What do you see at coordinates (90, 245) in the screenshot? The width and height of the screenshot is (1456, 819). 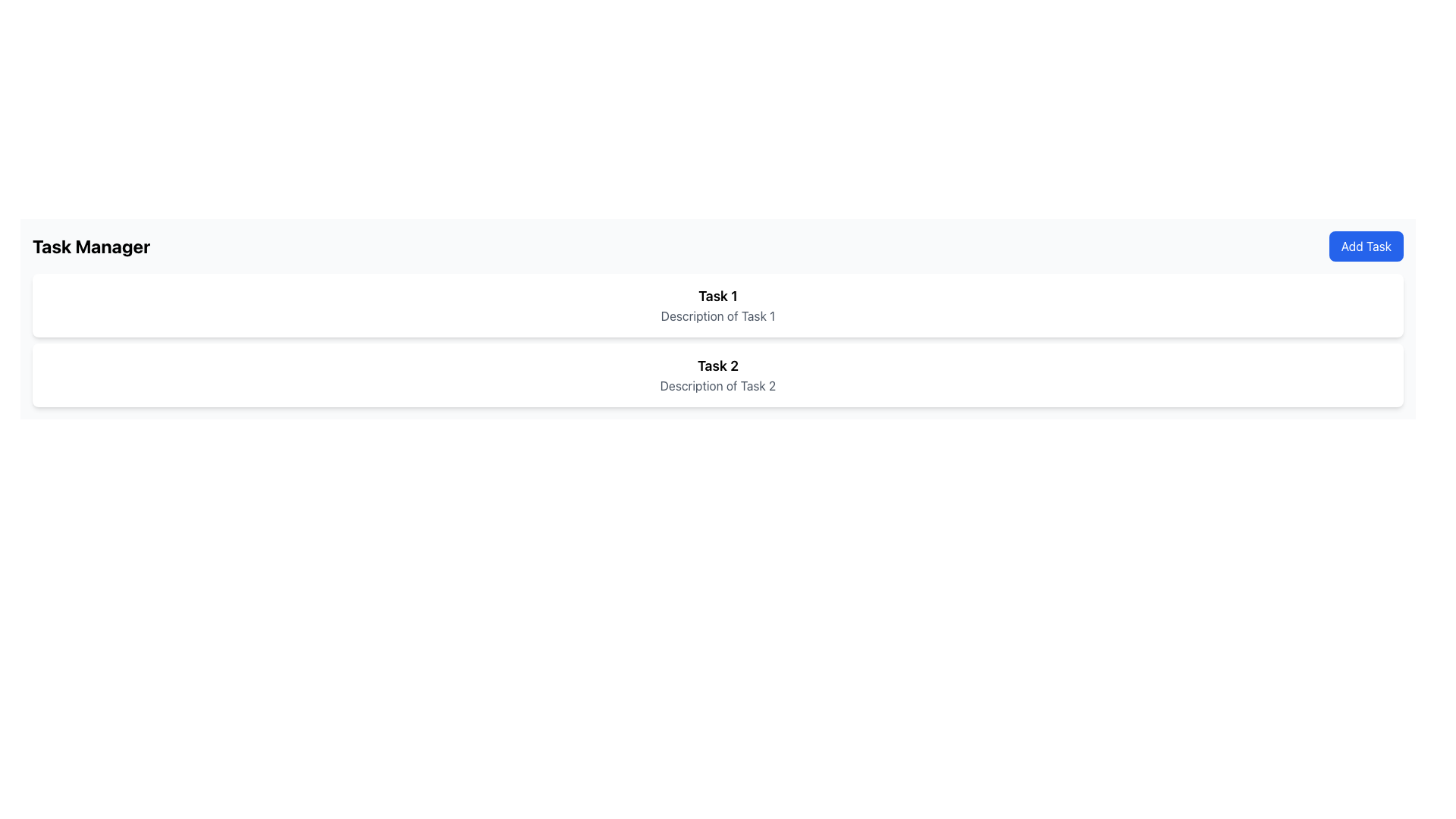 I see `the bold, large-sized text label displaying 'Task Manager', which is positioned prominently near the top left of the interface` at bounding box center [90, 245].